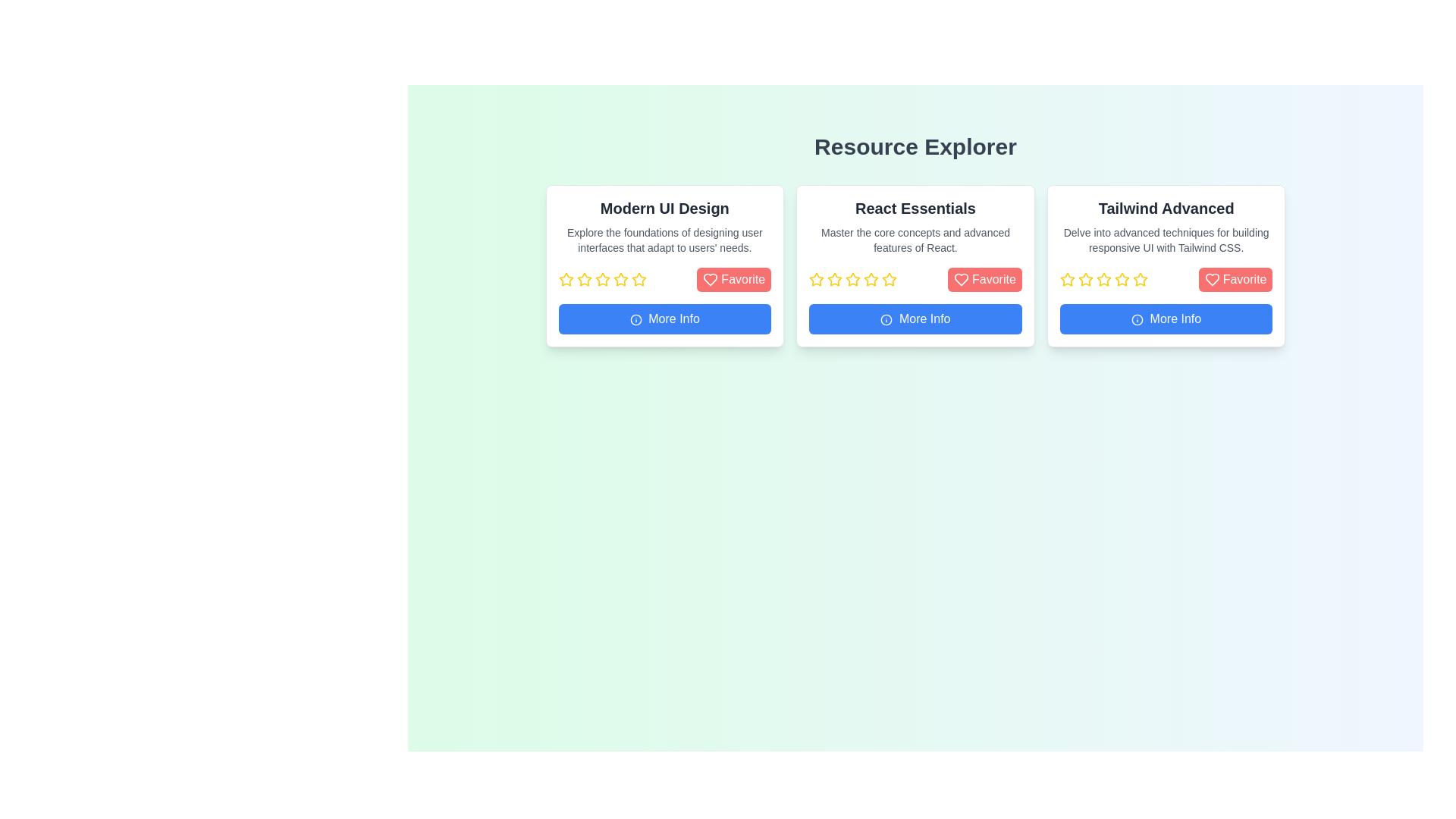  I want to click on the heart icon located within the second 'Favorite' button on the right side of the interface, so click(1211, 280).